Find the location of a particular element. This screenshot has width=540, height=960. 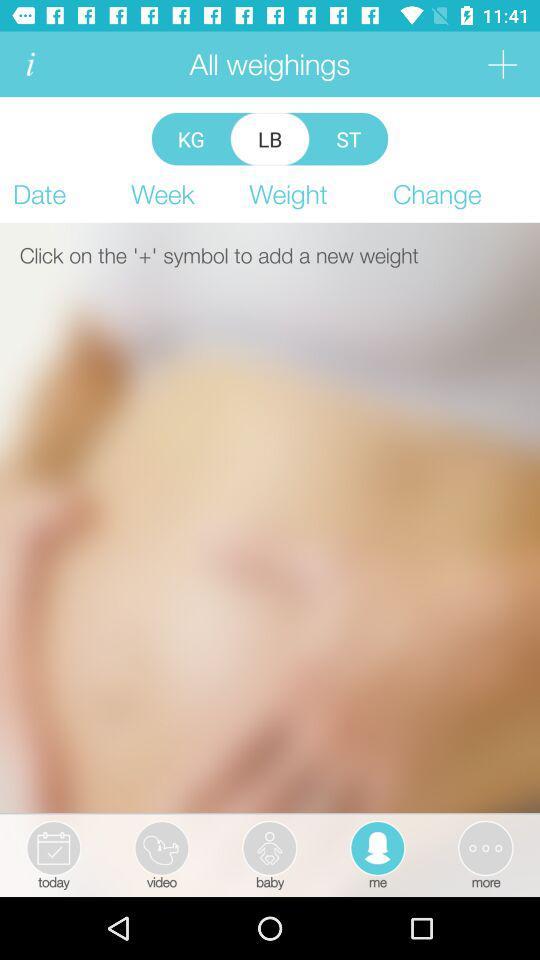

the item below all weighings is located at coordinates (270, 138).